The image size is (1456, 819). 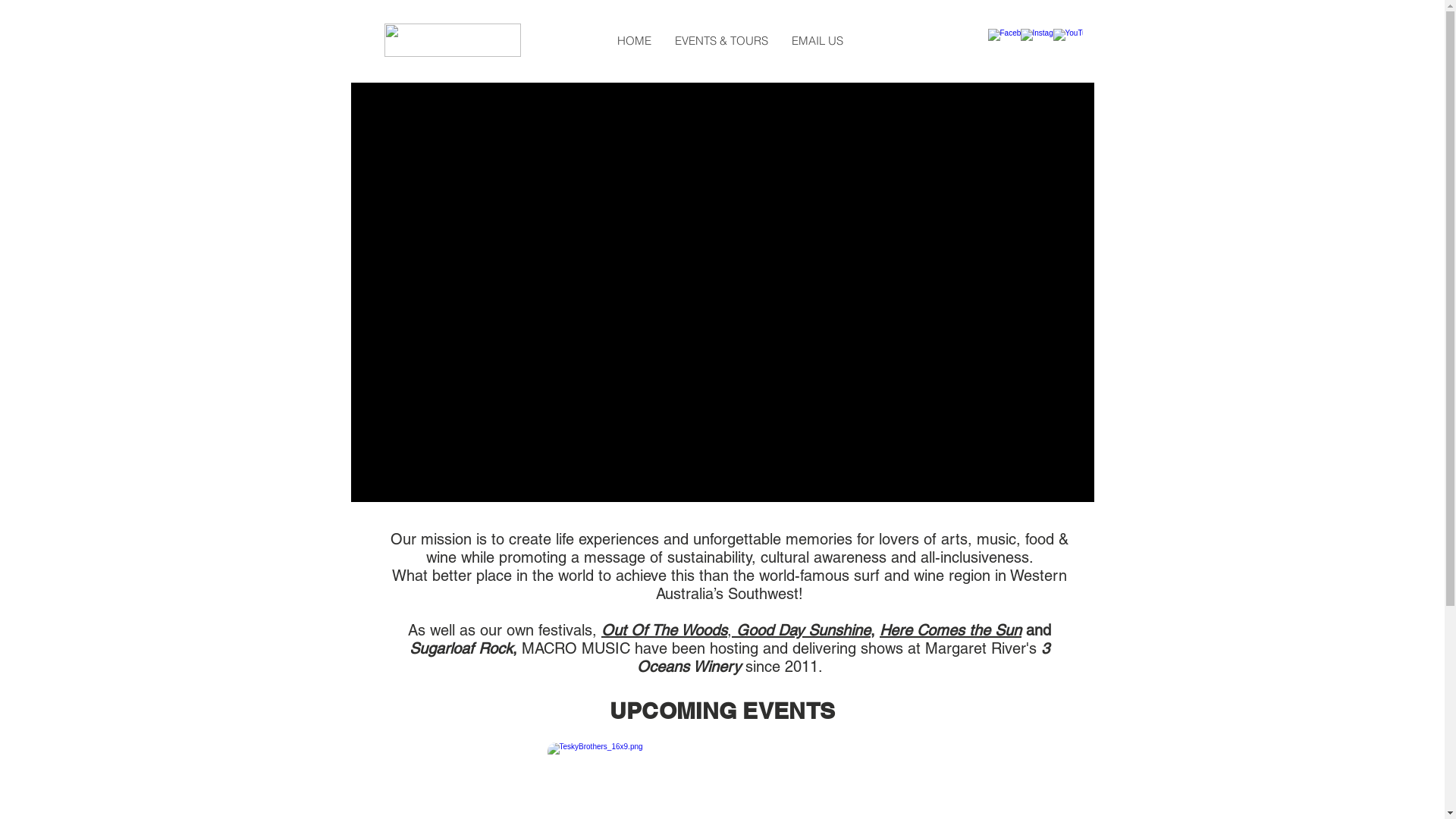 I want to click on 'EVENTS & TOURS', so click(x=720, y=39).